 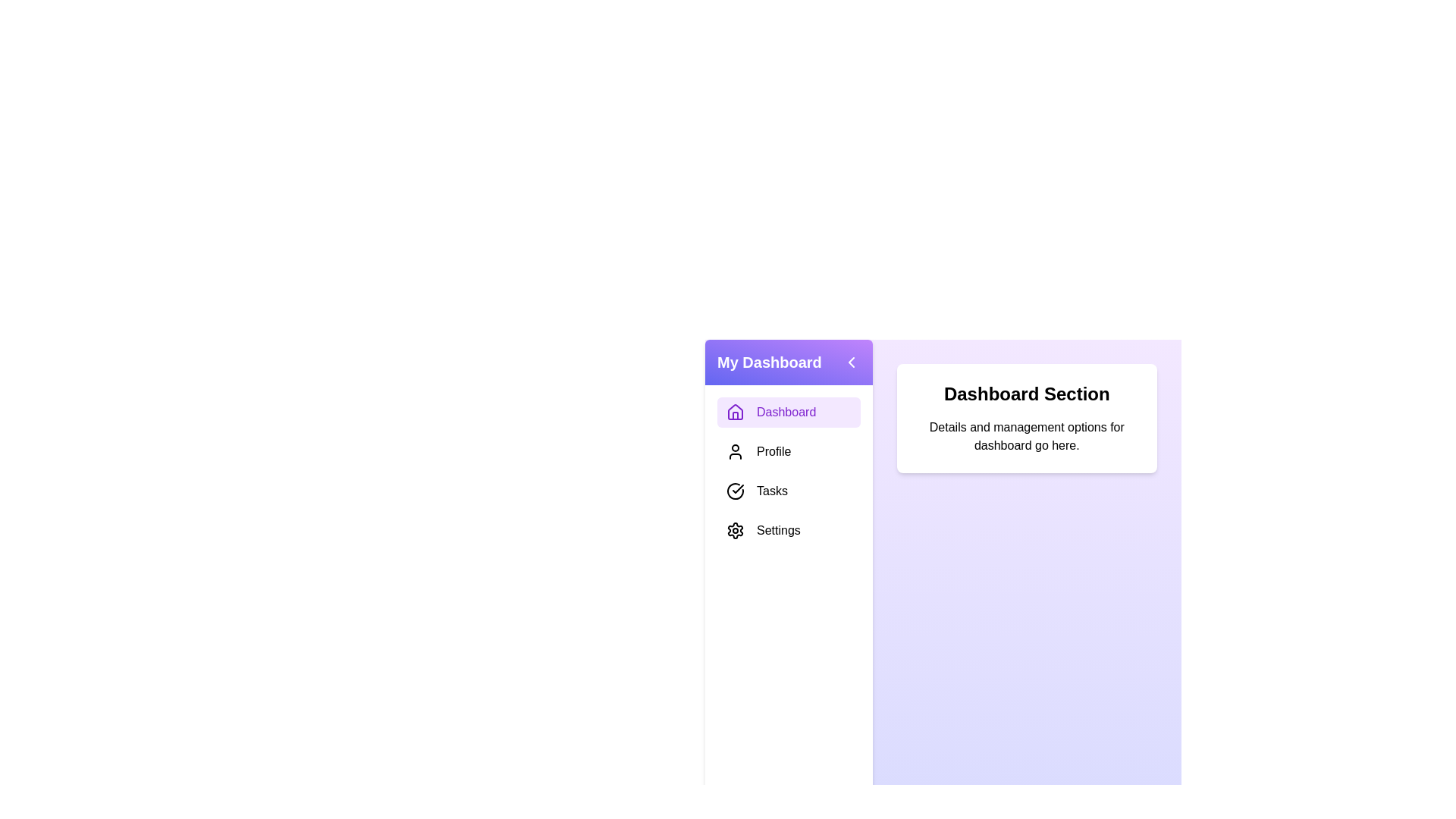 What do you see at coordinates (786, 412) in the screenshot?
I see `the 'Dashboard' text label, which is styled with purple text and aligned next to the home icon in the vertical navigation menu` at bounding box center [786, 412].